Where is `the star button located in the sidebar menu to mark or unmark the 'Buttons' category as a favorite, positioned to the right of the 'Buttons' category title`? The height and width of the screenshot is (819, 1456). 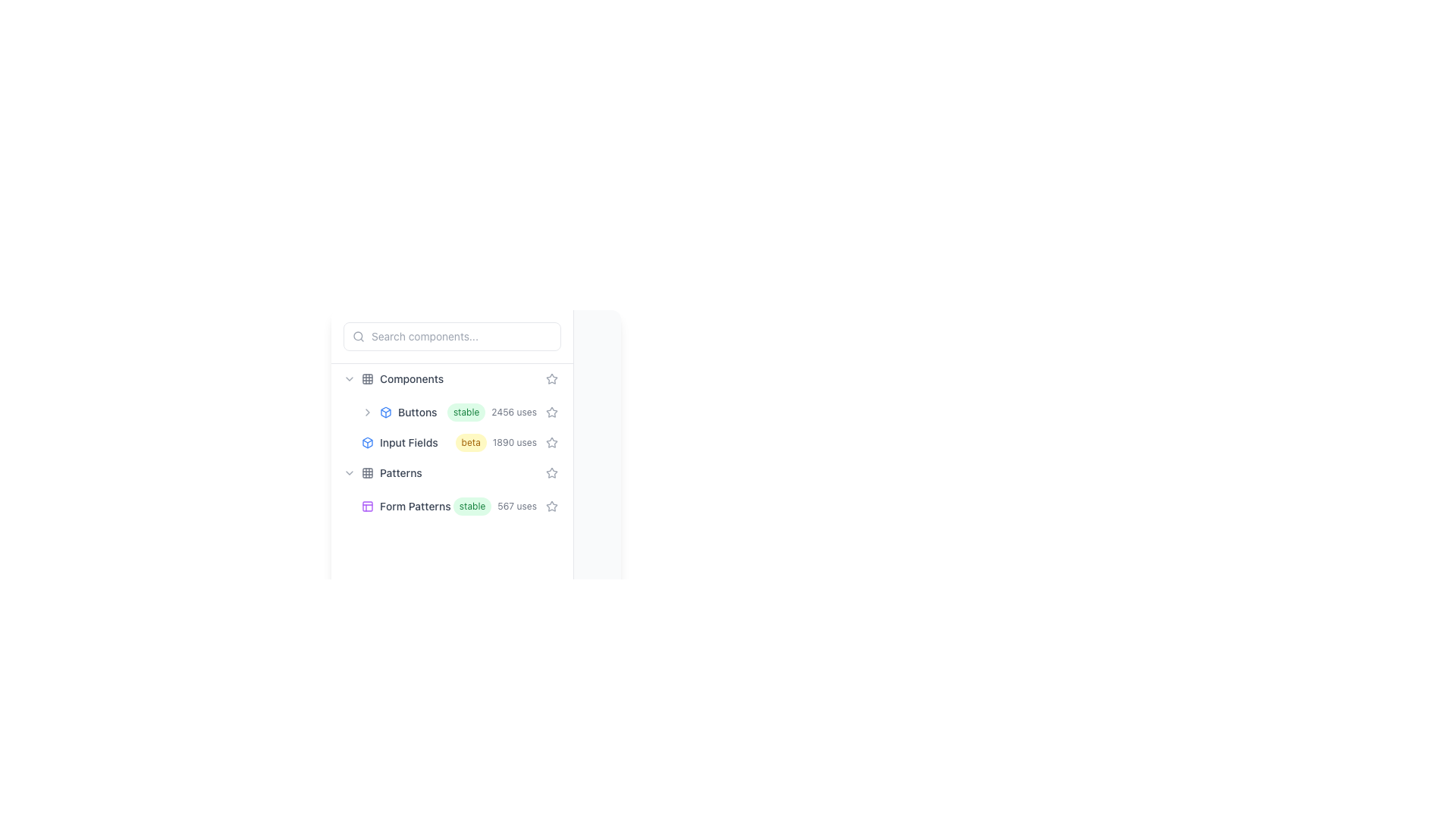 the star button located in the sidebar menu to mark or unmark the 'Buttons' category as a favorite, positioned to the right of the 'Buttons' category title is located at coordinates (551, 378).